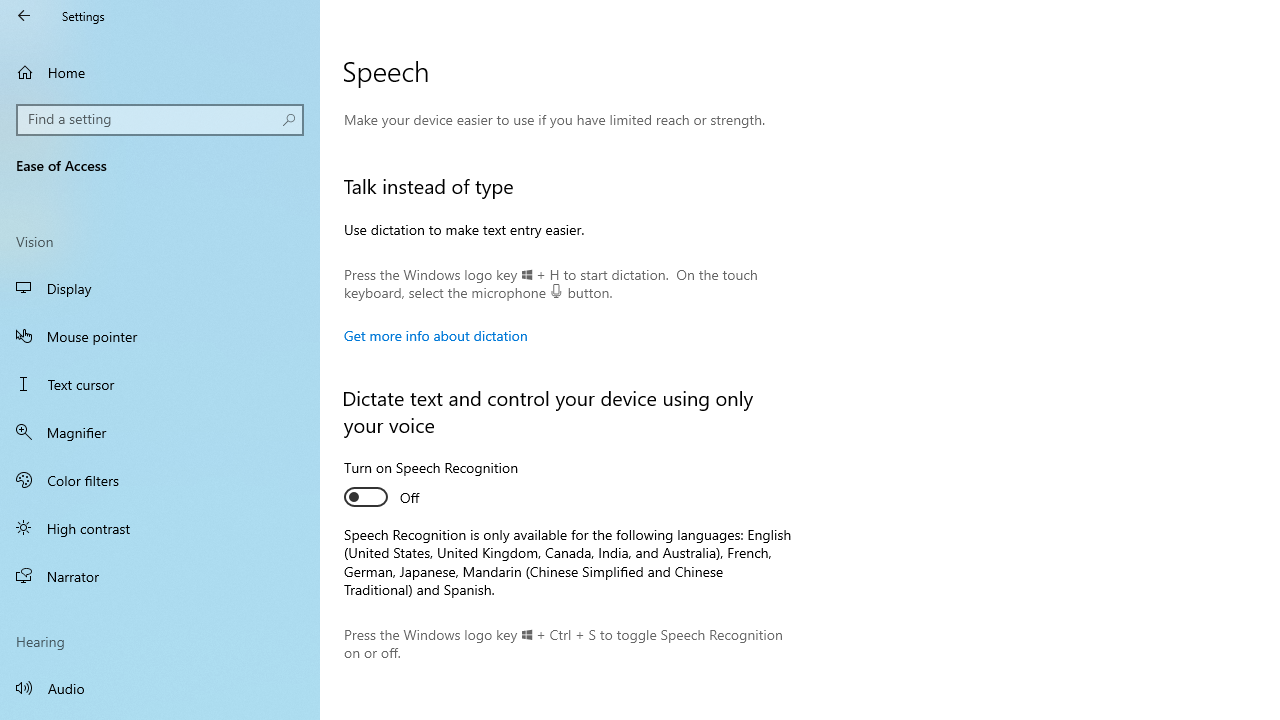 The height and width of the screenshot is (720, 1280). Describe the element at coordinates (160, 431) in the screenshot. I see `'Magnifier'` at that location.